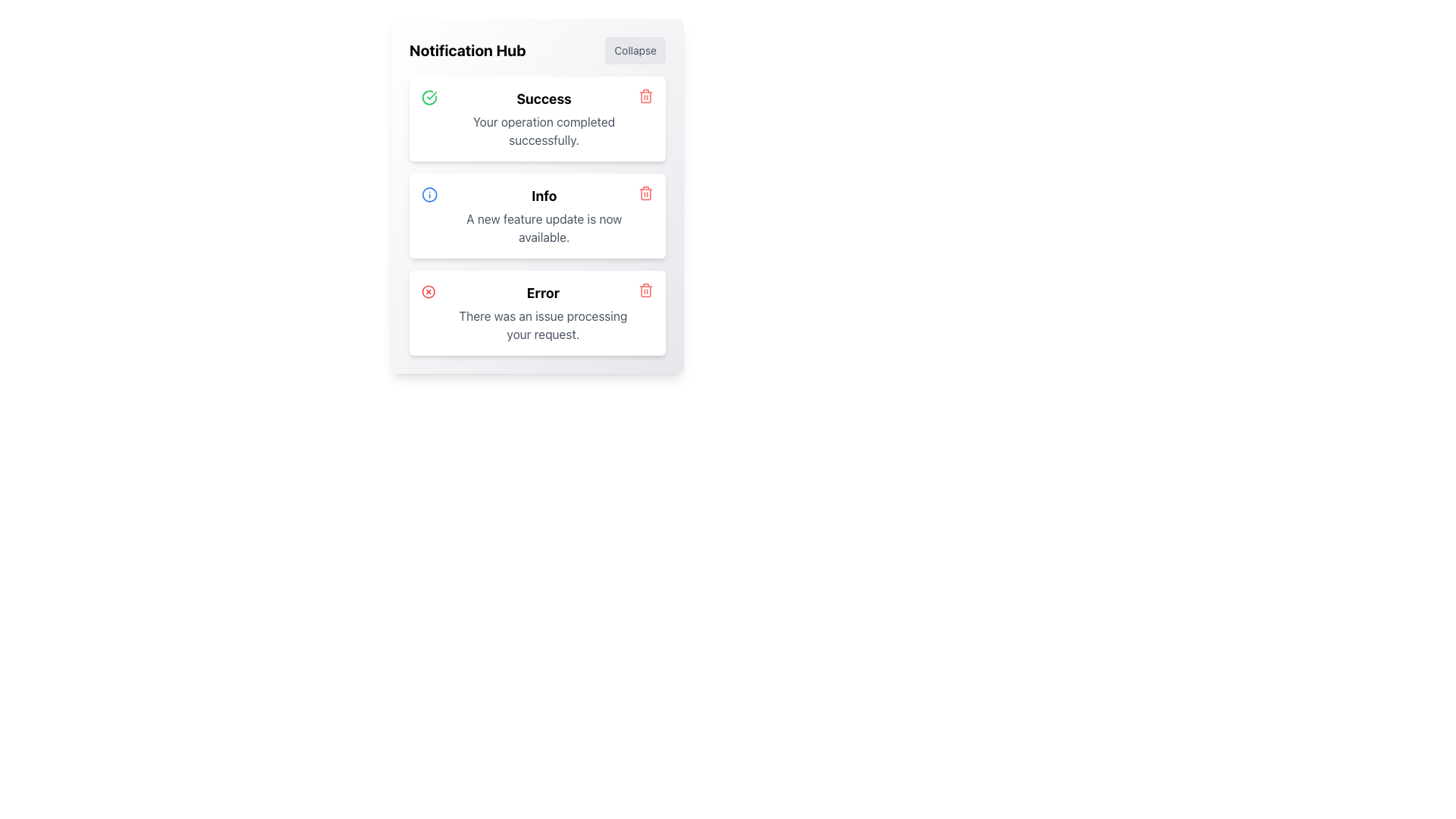  What do you see at coordinates (428, 194) in the screenshot?
I see `the blue outlined circular element in the SVG icon located next to the 'Info' label in the notification hub` at bounding box center [428, 194].